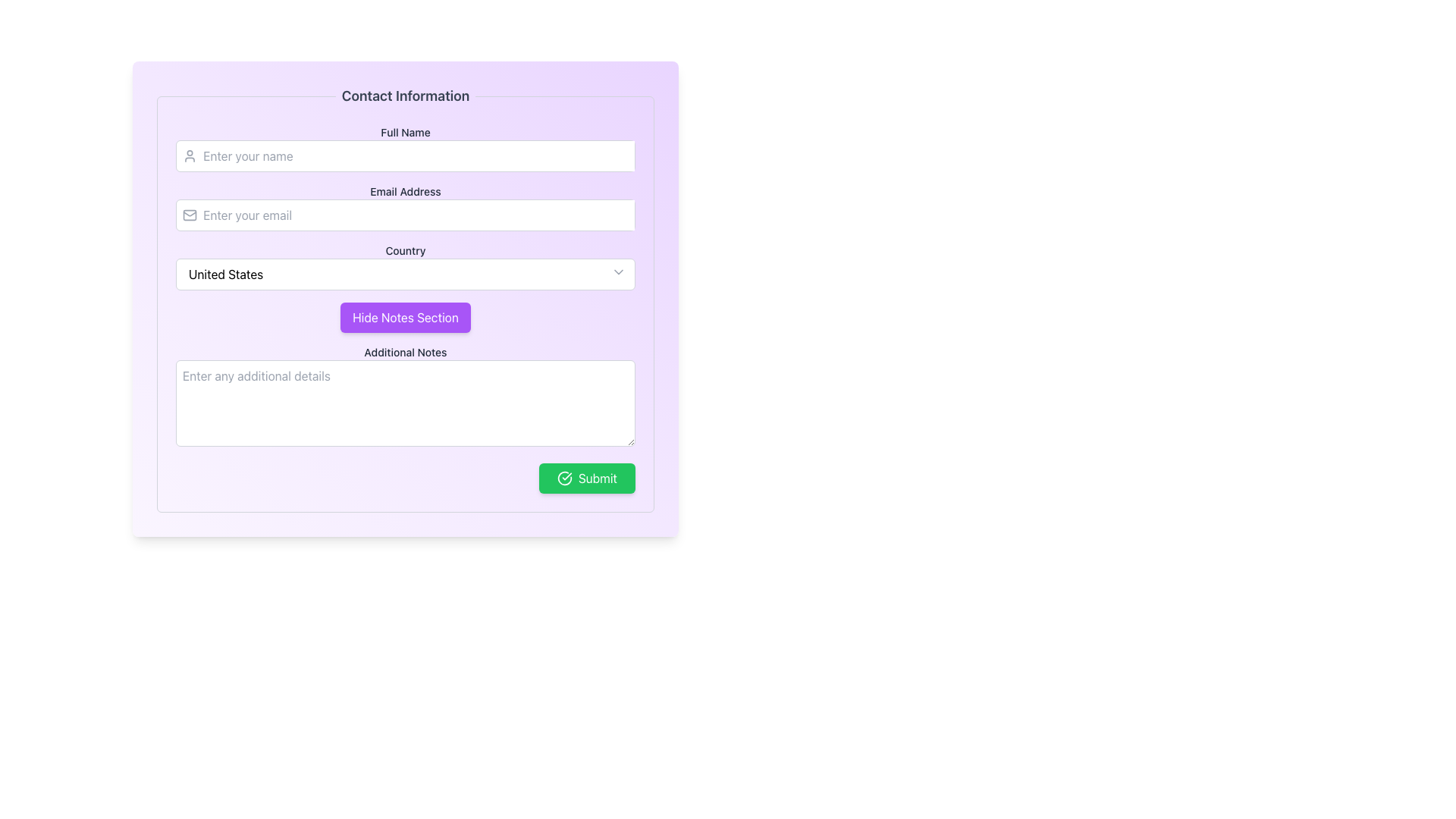  Describe the element at coordinates (405, 275) in the screenshot. I see `the dropdown menu displaying 'United States'` at that location.